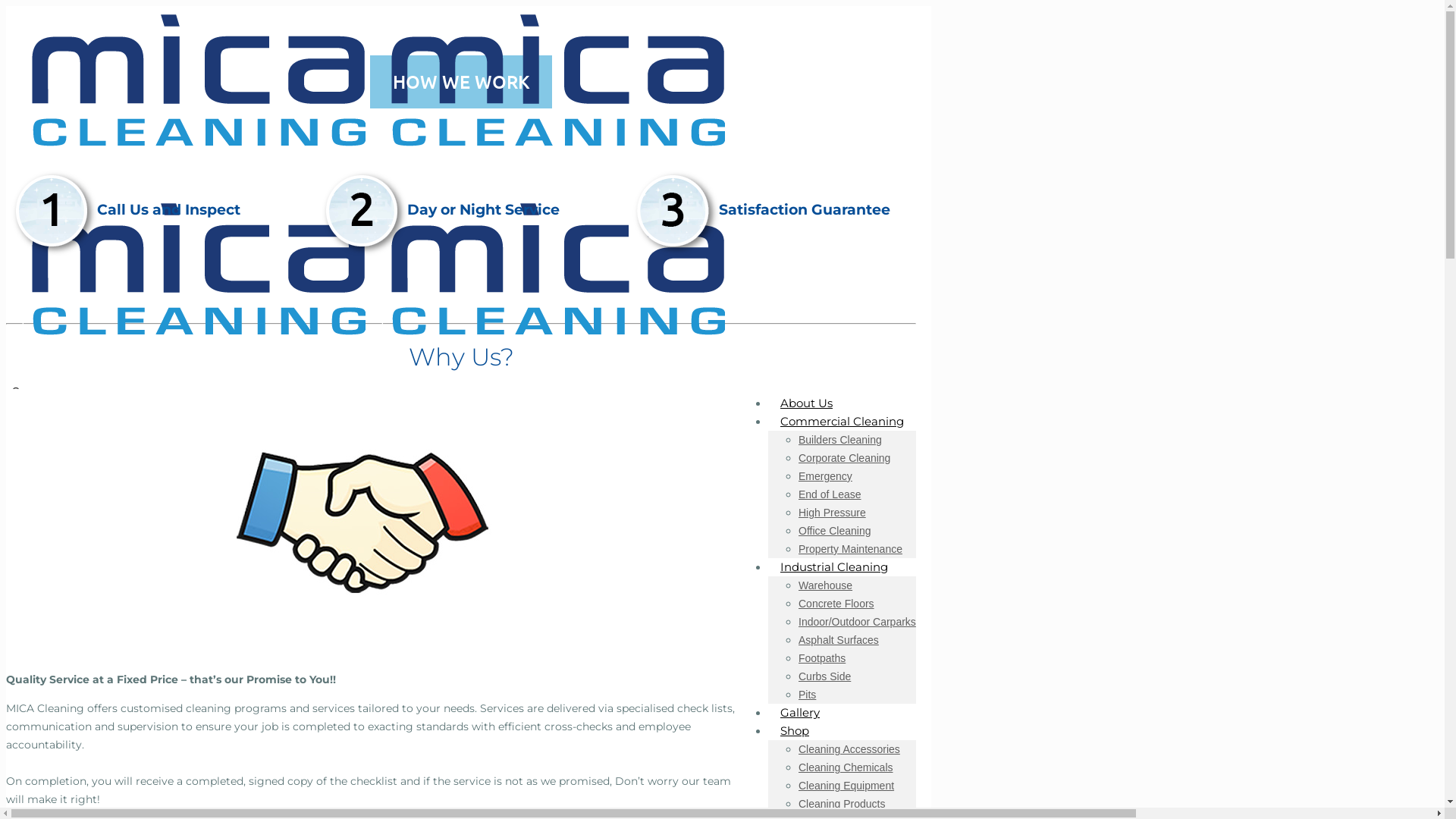 The height and width of the screenshot is (819, 1456). What do you see at coordinates (836, 602) in the screenshot?
I see `'Concrete Floors'` at bounding box center [836, 602].